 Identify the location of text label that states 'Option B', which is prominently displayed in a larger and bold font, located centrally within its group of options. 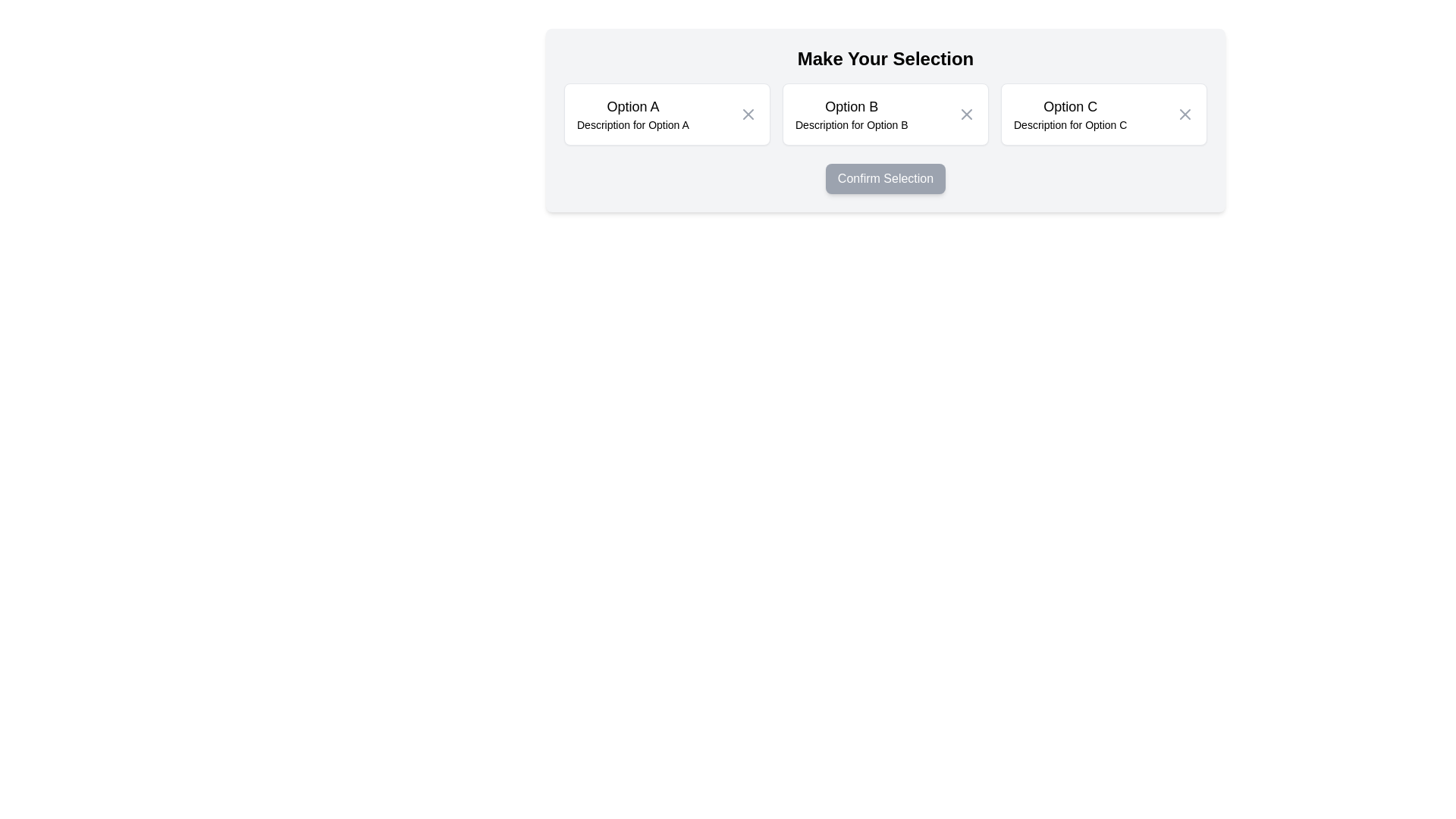
(852, 106).